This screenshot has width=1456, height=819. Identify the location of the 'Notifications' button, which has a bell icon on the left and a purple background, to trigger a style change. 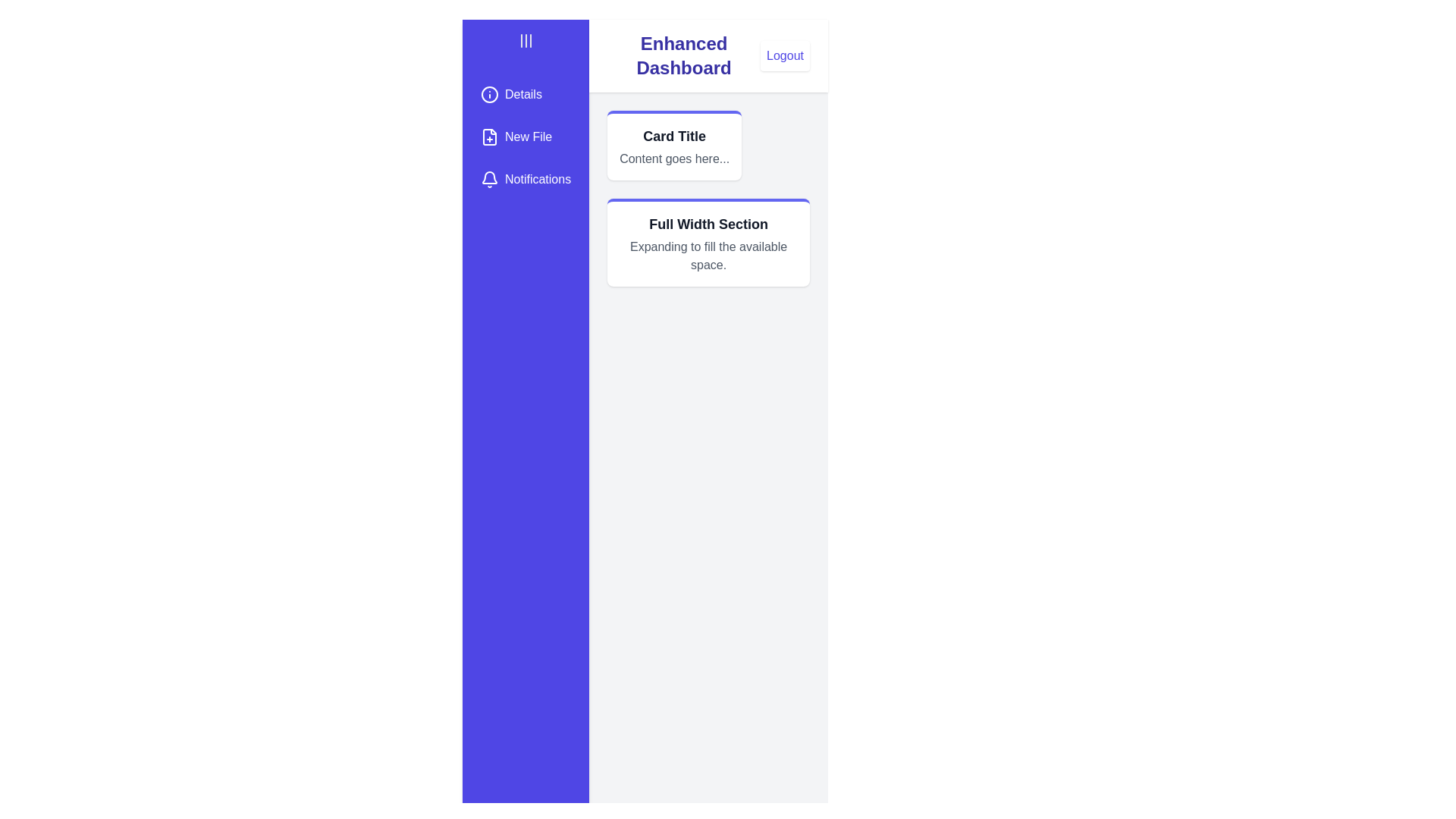
(526, 178).